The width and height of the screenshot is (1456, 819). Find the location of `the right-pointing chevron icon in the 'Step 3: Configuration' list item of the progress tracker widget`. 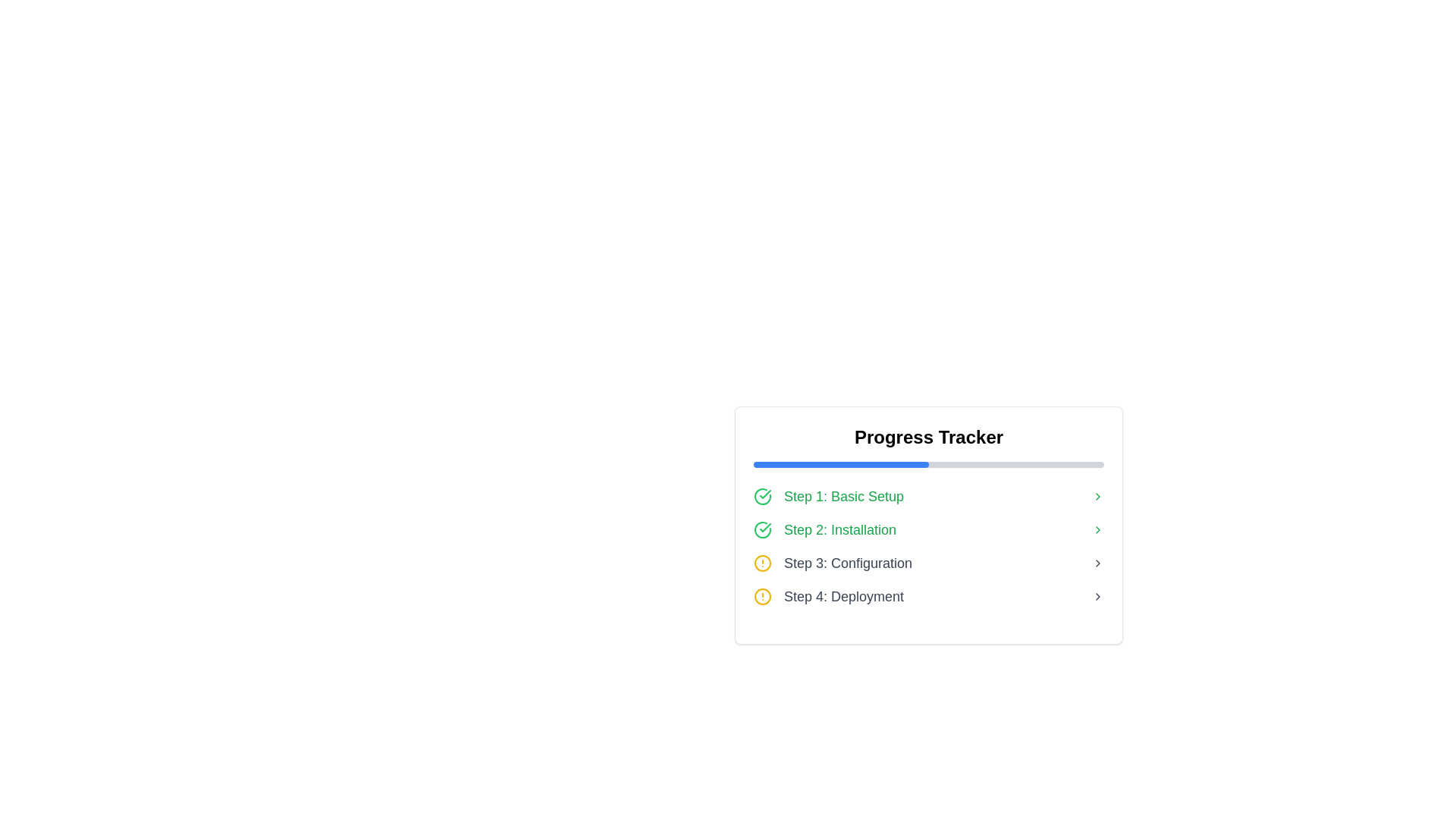

the right-pointing chevron icon in the 'Step 3: Configuration' list item of the progress tracker widget is located at coordinates (1098, 563).